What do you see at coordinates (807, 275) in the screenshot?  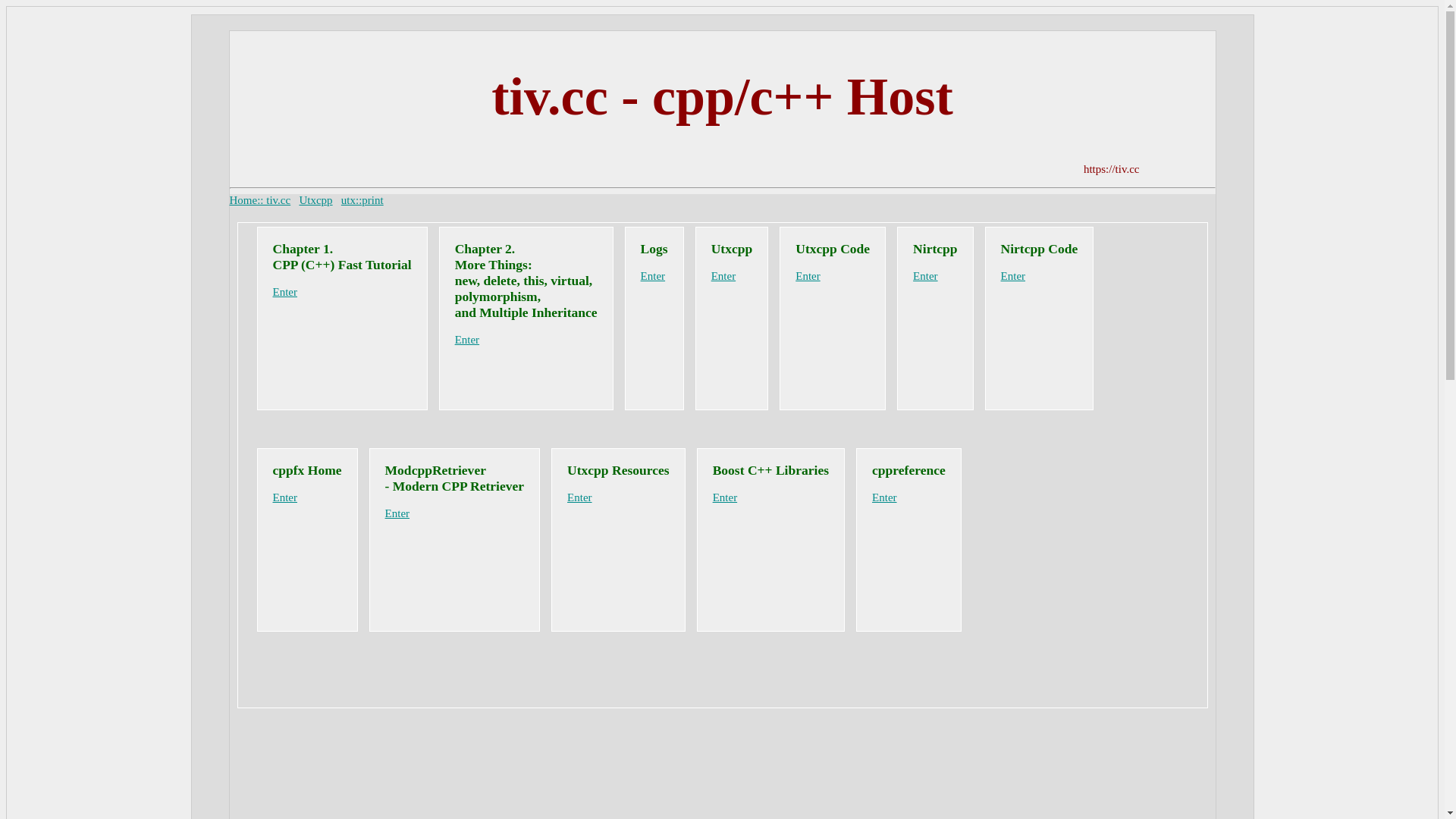 I see `'Enter'` at bounding box center [807, 275].